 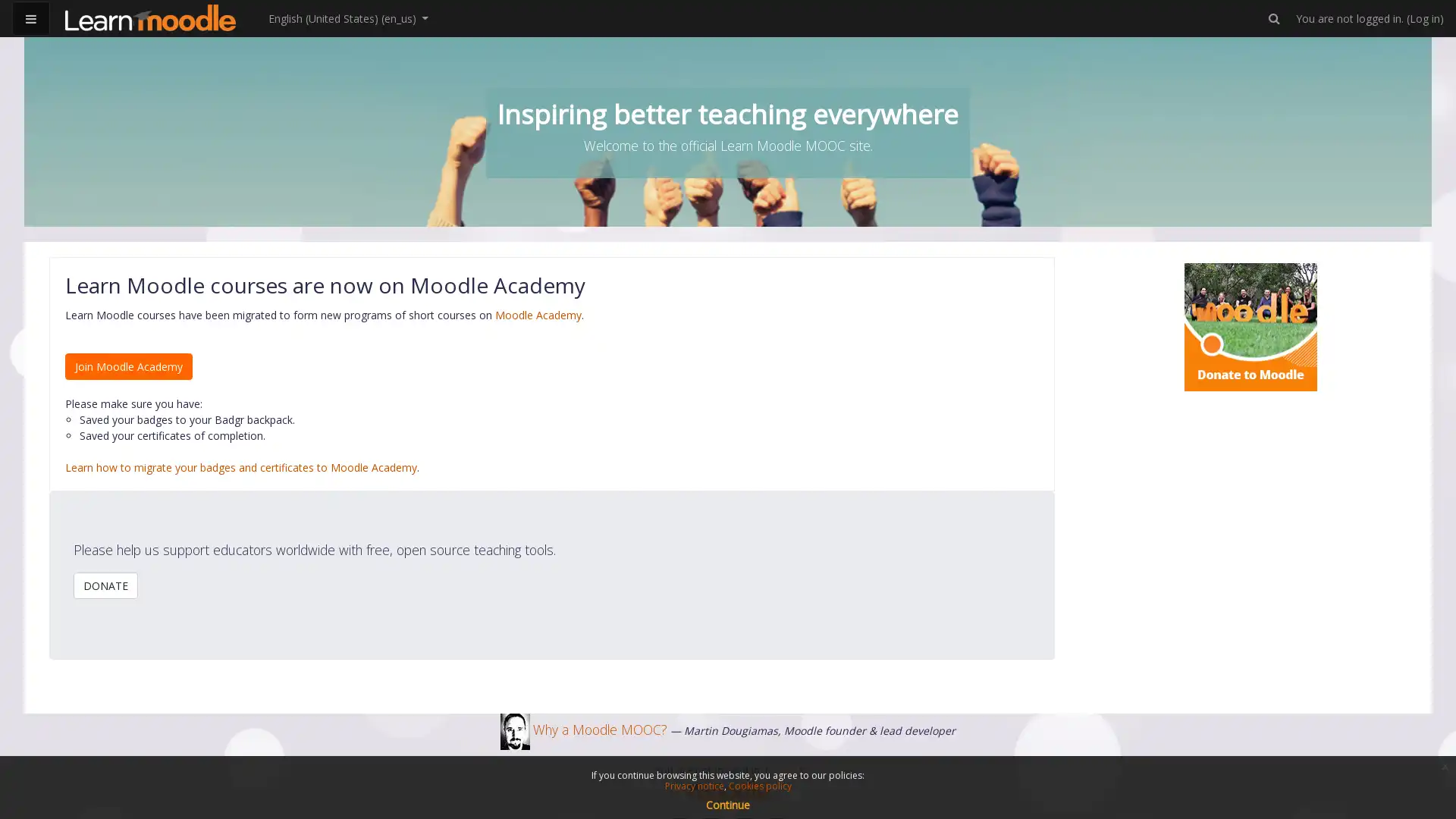 What do you see at coordinates (1274, 18) in the screenshot?
I see `Toggle search input` at bounding box center [1274, 18].